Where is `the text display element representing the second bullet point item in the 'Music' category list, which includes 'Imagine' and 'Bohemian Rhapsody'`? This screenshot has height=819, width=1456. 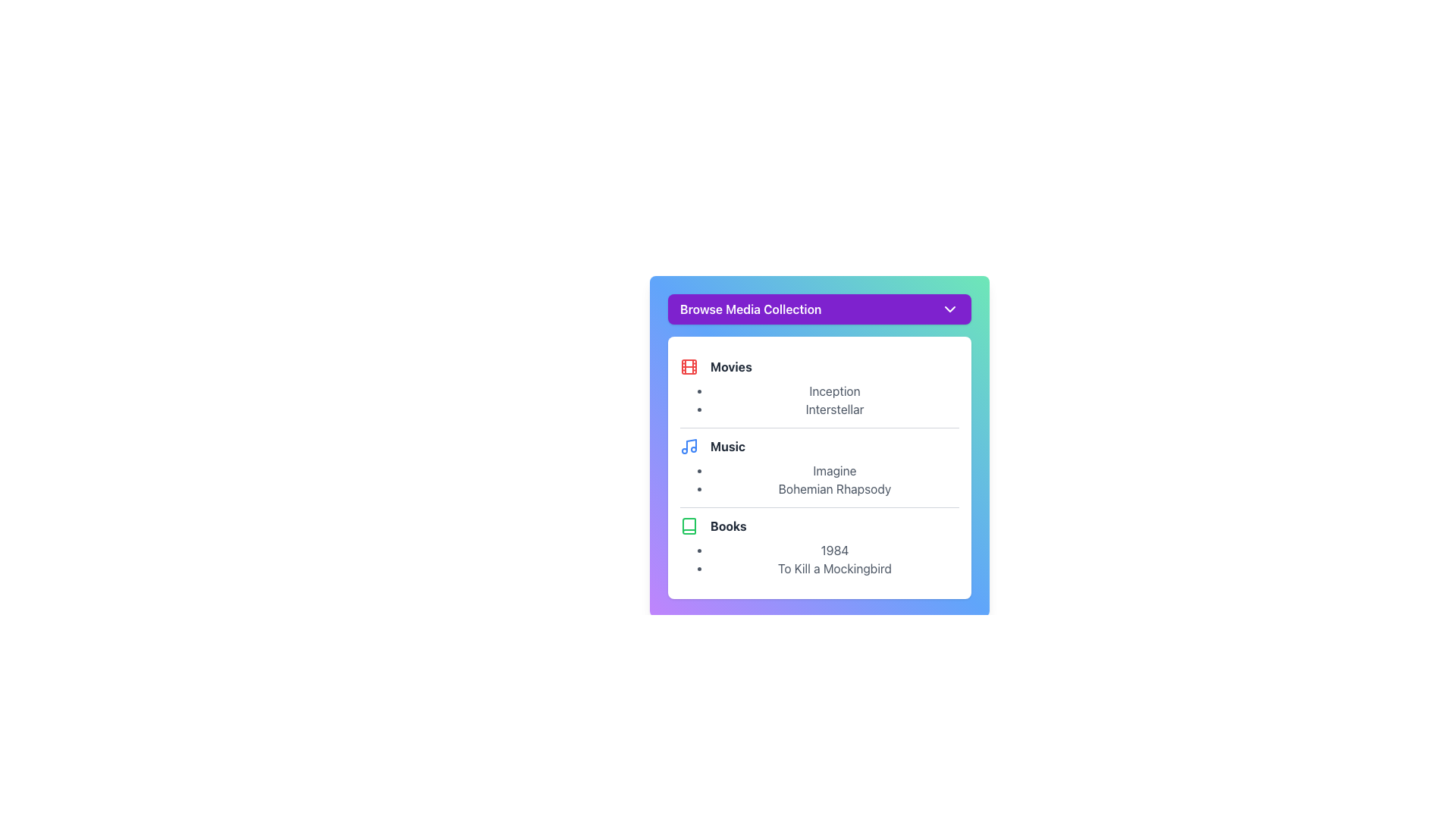 the text display element representing the second bullet point item in the 'Music' category list, which includes 'Imagine' and 'Bohemian Rhapsody' is located at coordinates (833, 479).